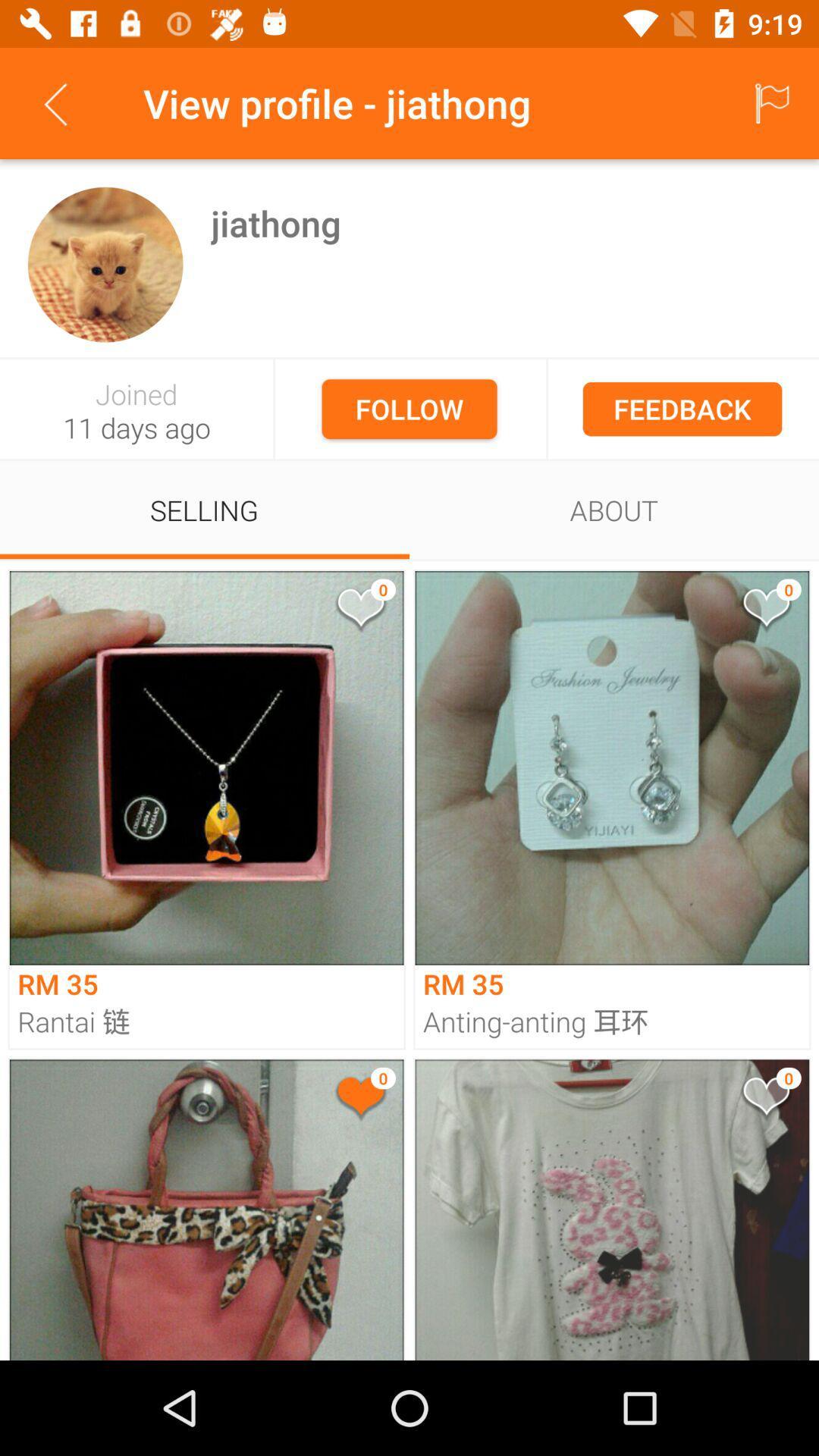  Describe the element at coordinates (359, 610) in the screenshot. I see `item` at that location.